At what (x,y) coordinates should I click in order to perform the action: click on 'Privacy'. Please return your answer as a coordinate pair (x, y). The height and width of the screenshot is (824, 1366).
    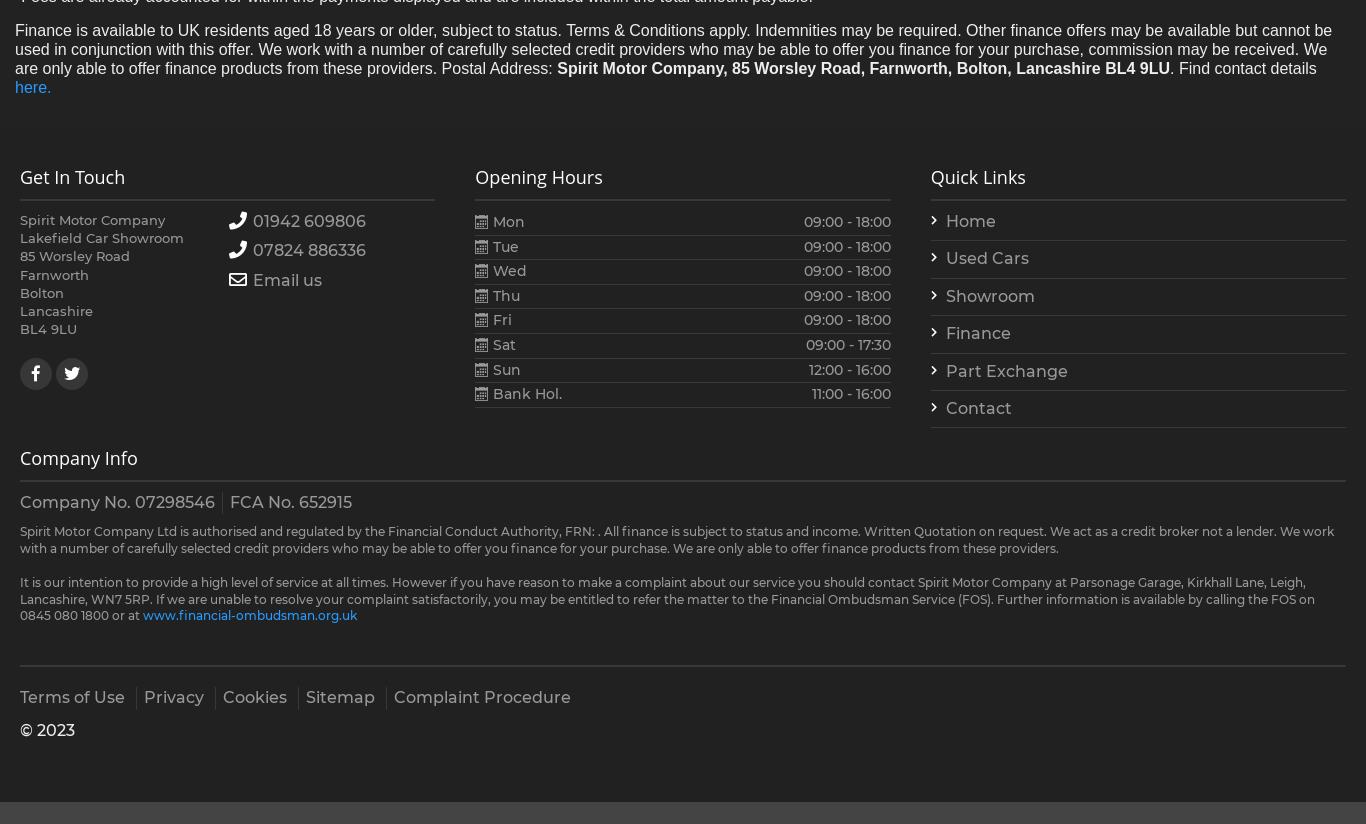
    Looking at the image, I should click on (173, 696).